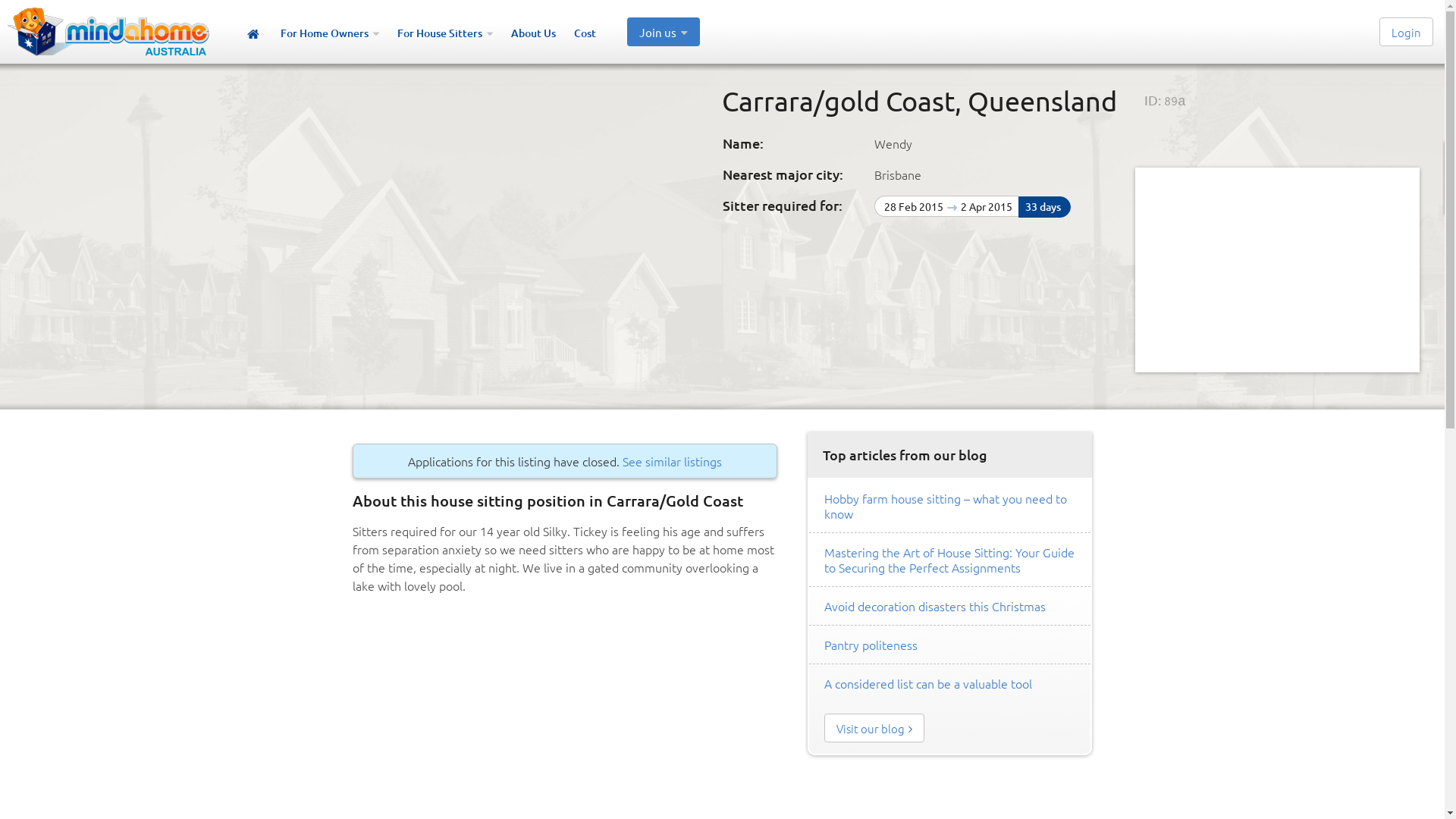 The image size is (1456, 819). Describe the element at coordinates (396, 34) in the screenshot. I see `'For House Sitters'` at that location.